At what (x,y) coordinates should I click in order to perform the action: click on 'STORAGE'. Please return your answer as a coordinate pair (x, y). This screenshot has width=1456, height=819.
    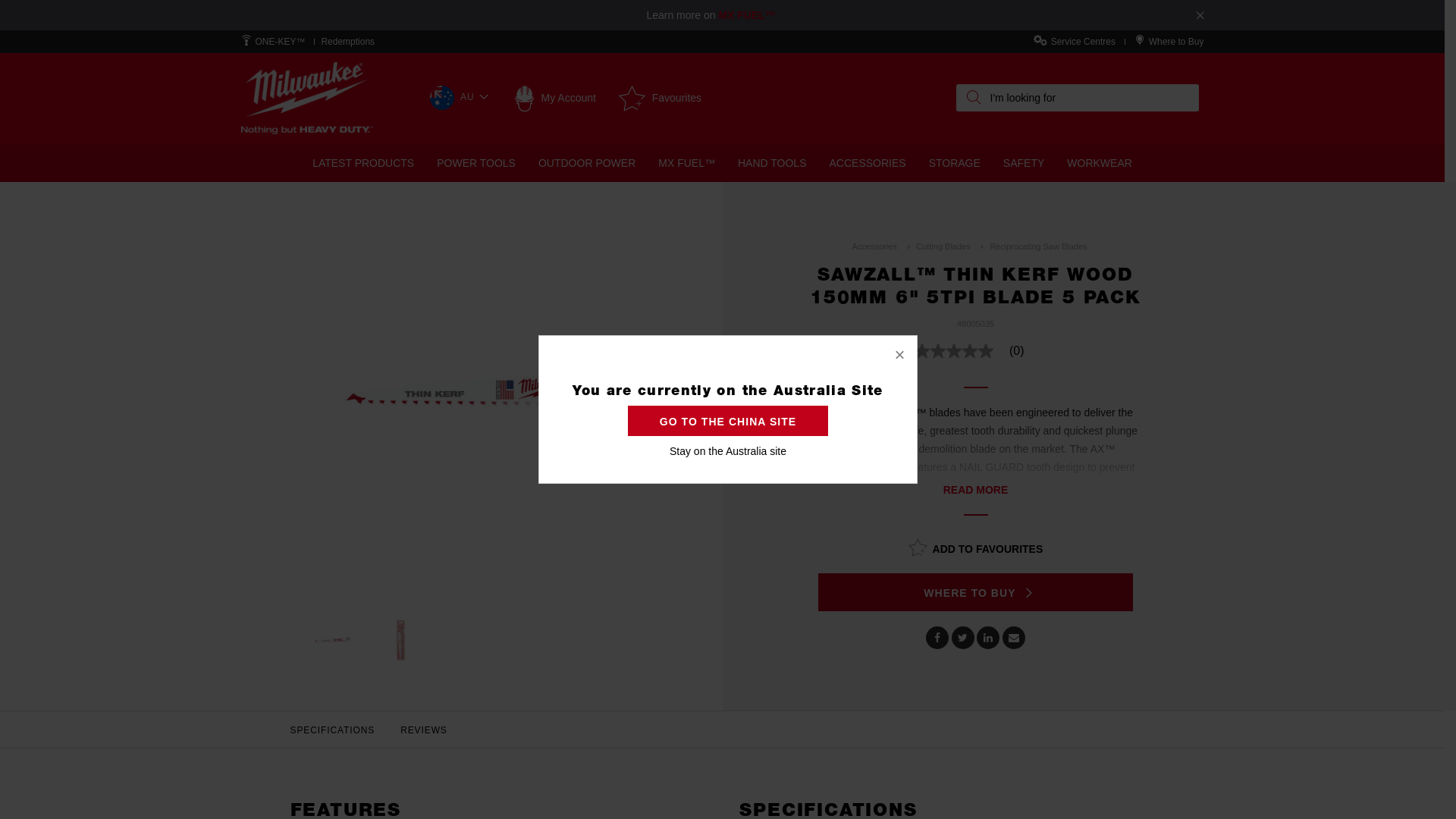
    Looking at the image, I should click on (953, 163).